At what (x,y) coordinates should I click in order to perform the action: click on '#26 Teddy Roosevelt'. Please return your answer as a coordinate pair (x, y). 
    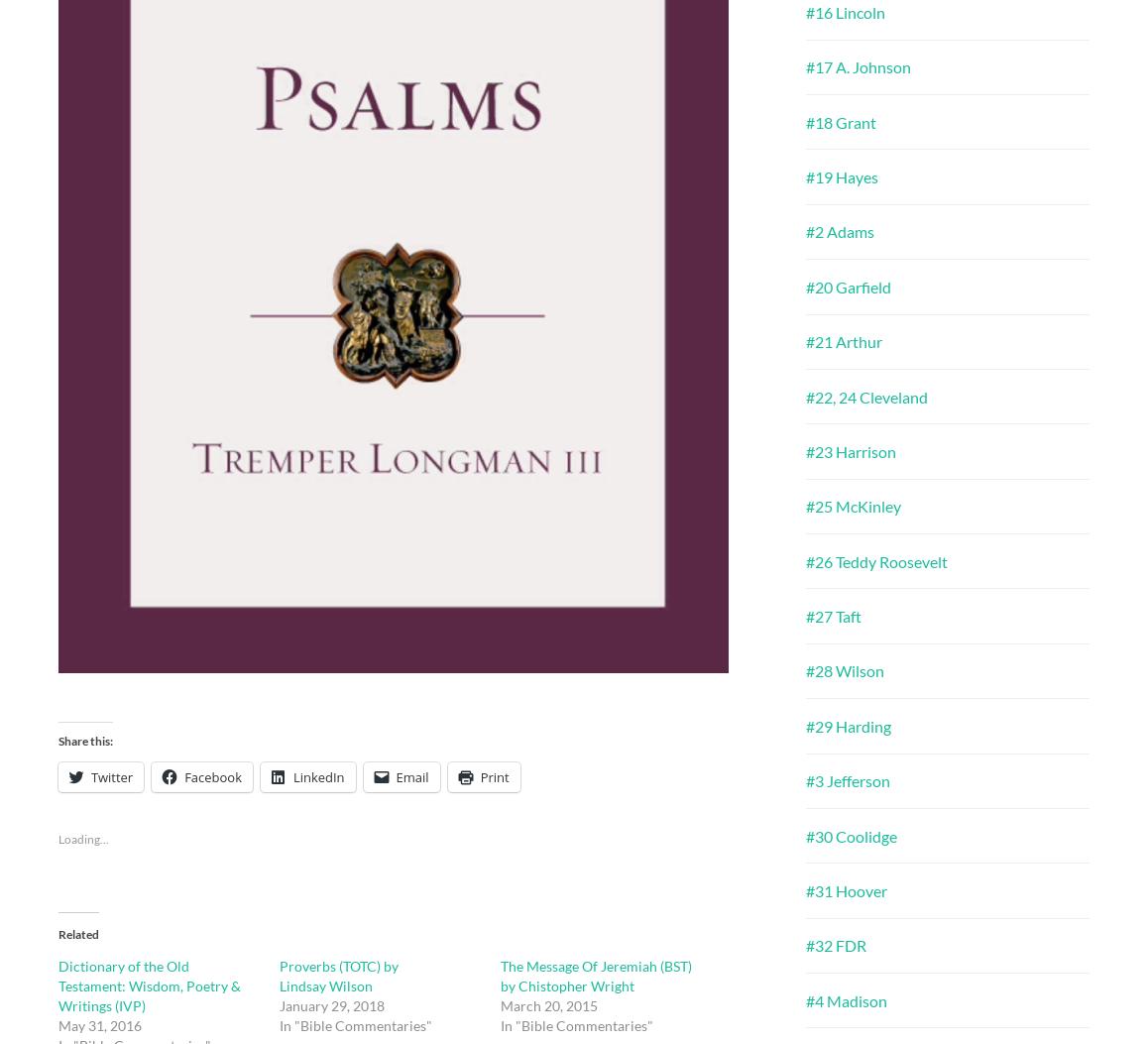
    Looking at the image, I should click on (876, 559).